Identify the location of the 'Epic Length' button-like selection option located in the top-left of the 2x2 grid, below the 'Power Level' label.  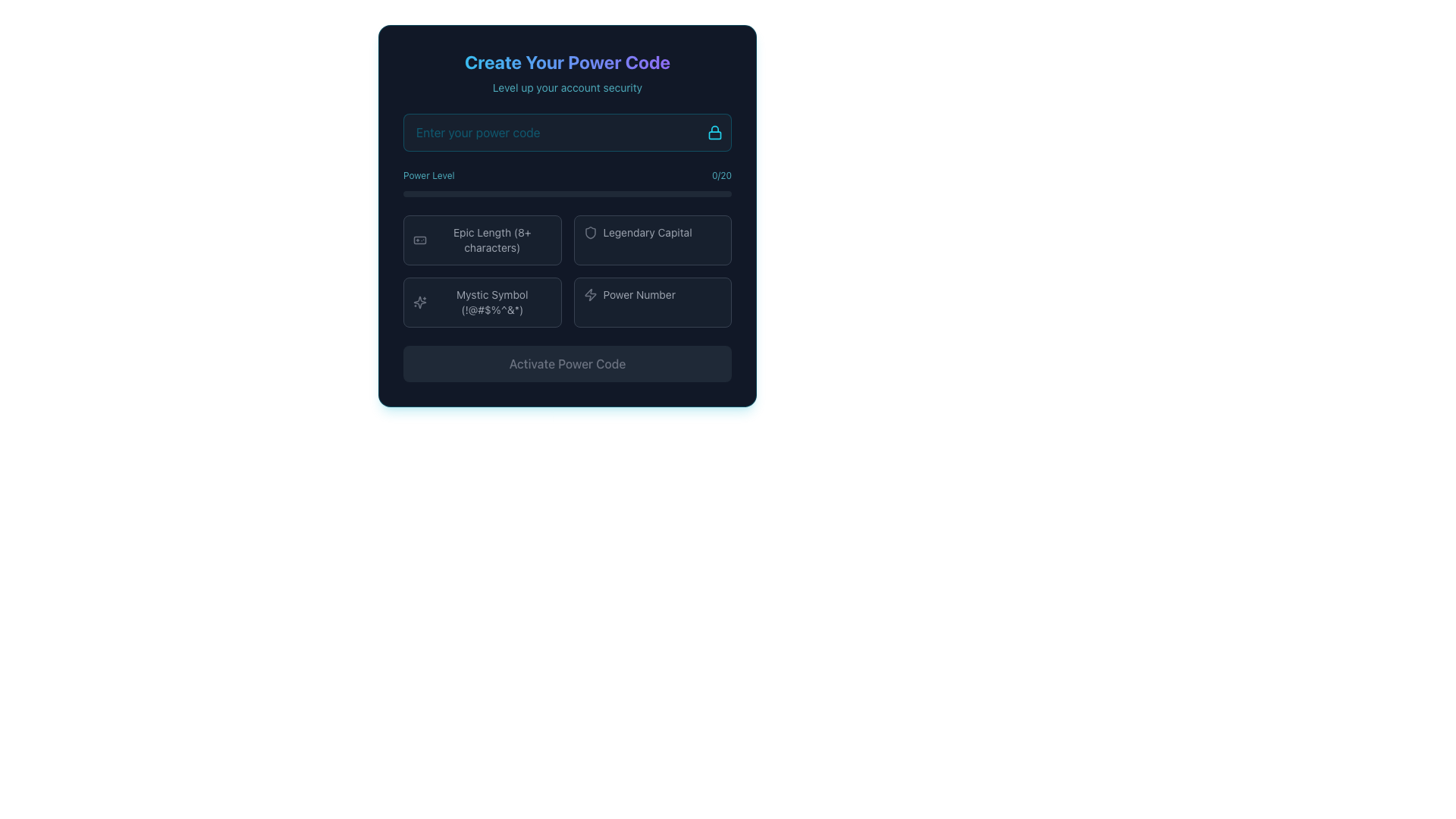
(482, 239).